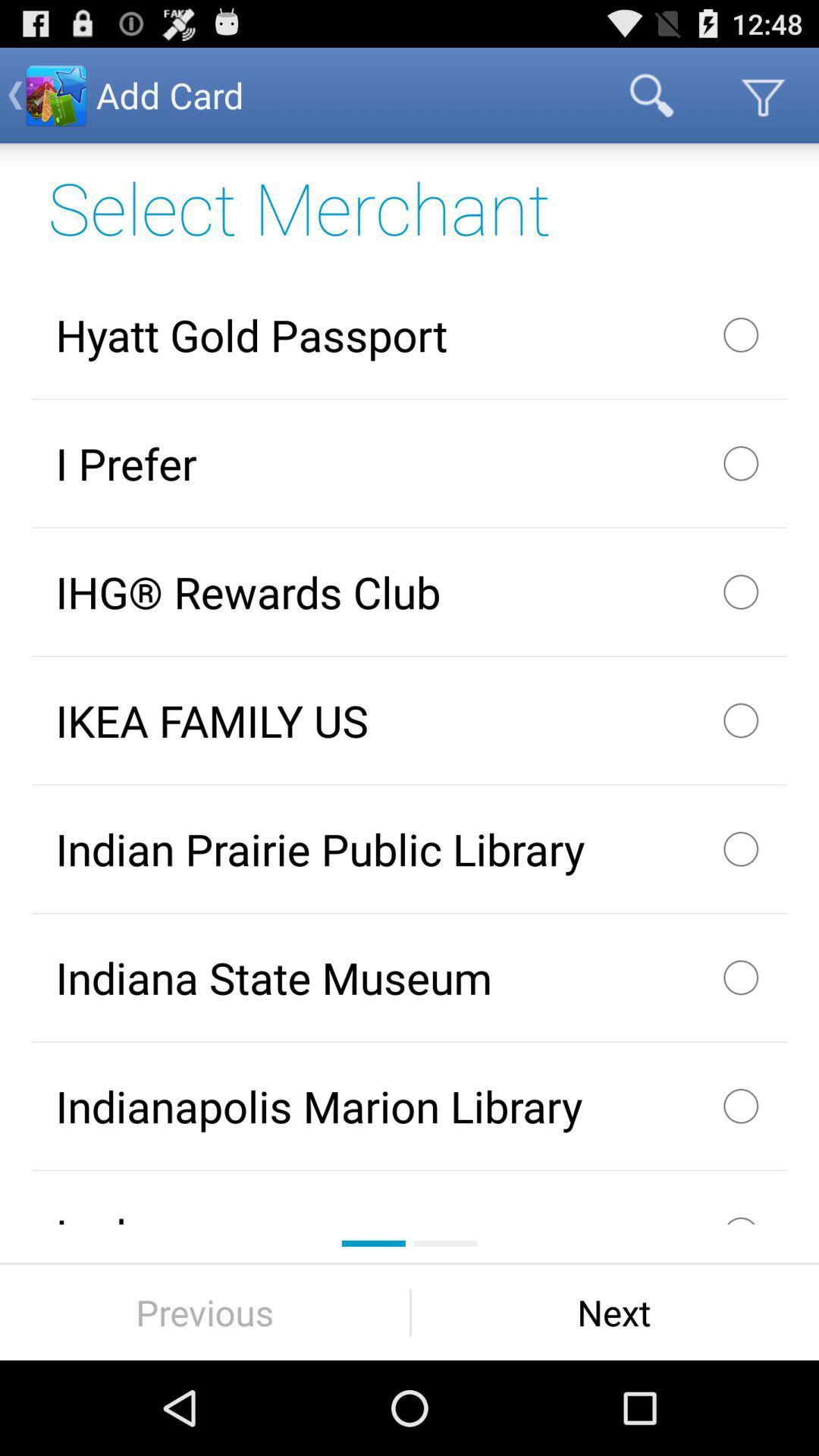 The image size is (819, 1456). What do you see at coordinates (205, 1312) in the screenshot?
I see `the previous` at bounding box center [205, 1312].